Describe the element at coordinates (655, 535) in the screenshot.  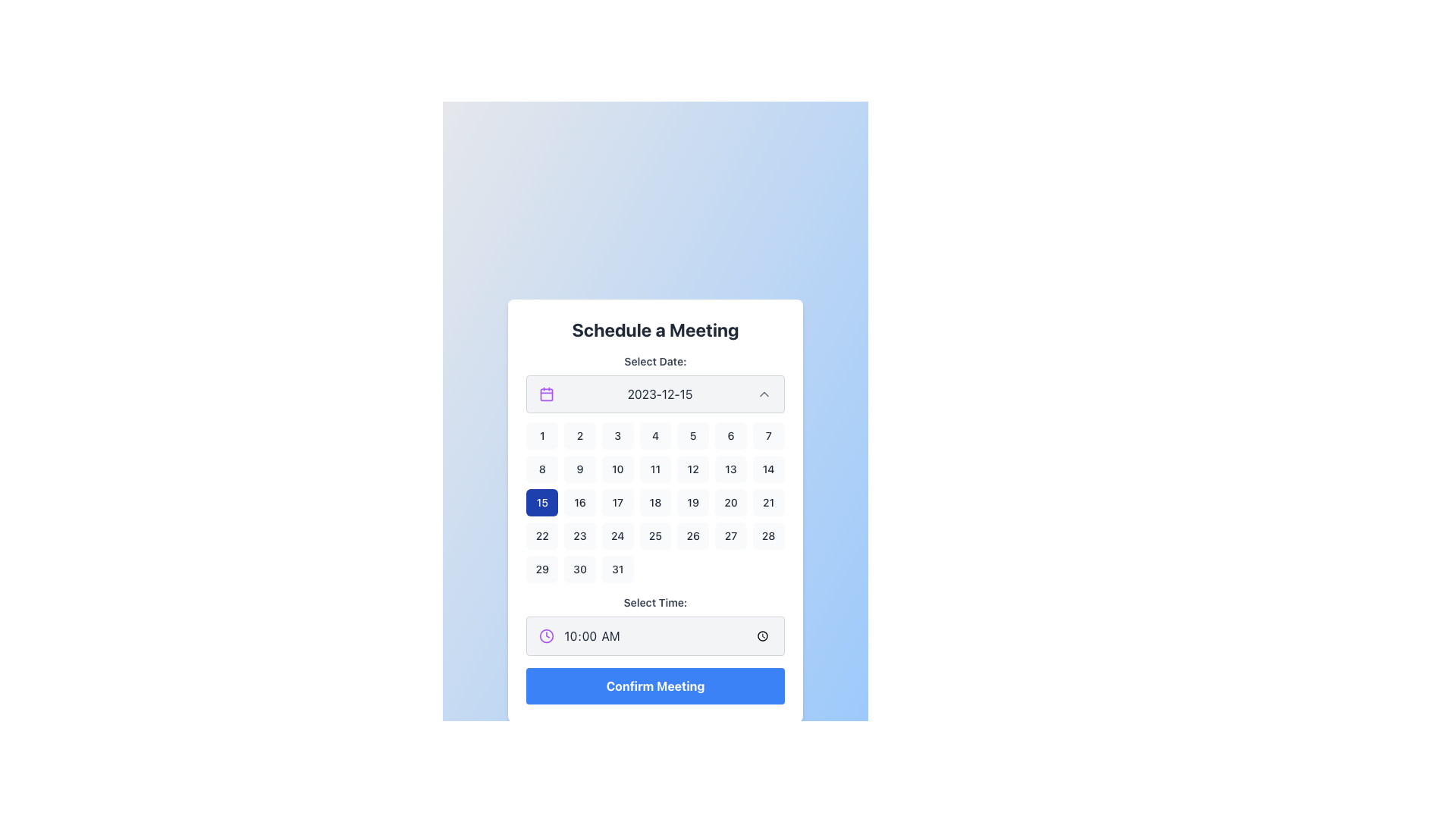
I see `the button in the fifth row and fourth column of the calendar grid` at that location.